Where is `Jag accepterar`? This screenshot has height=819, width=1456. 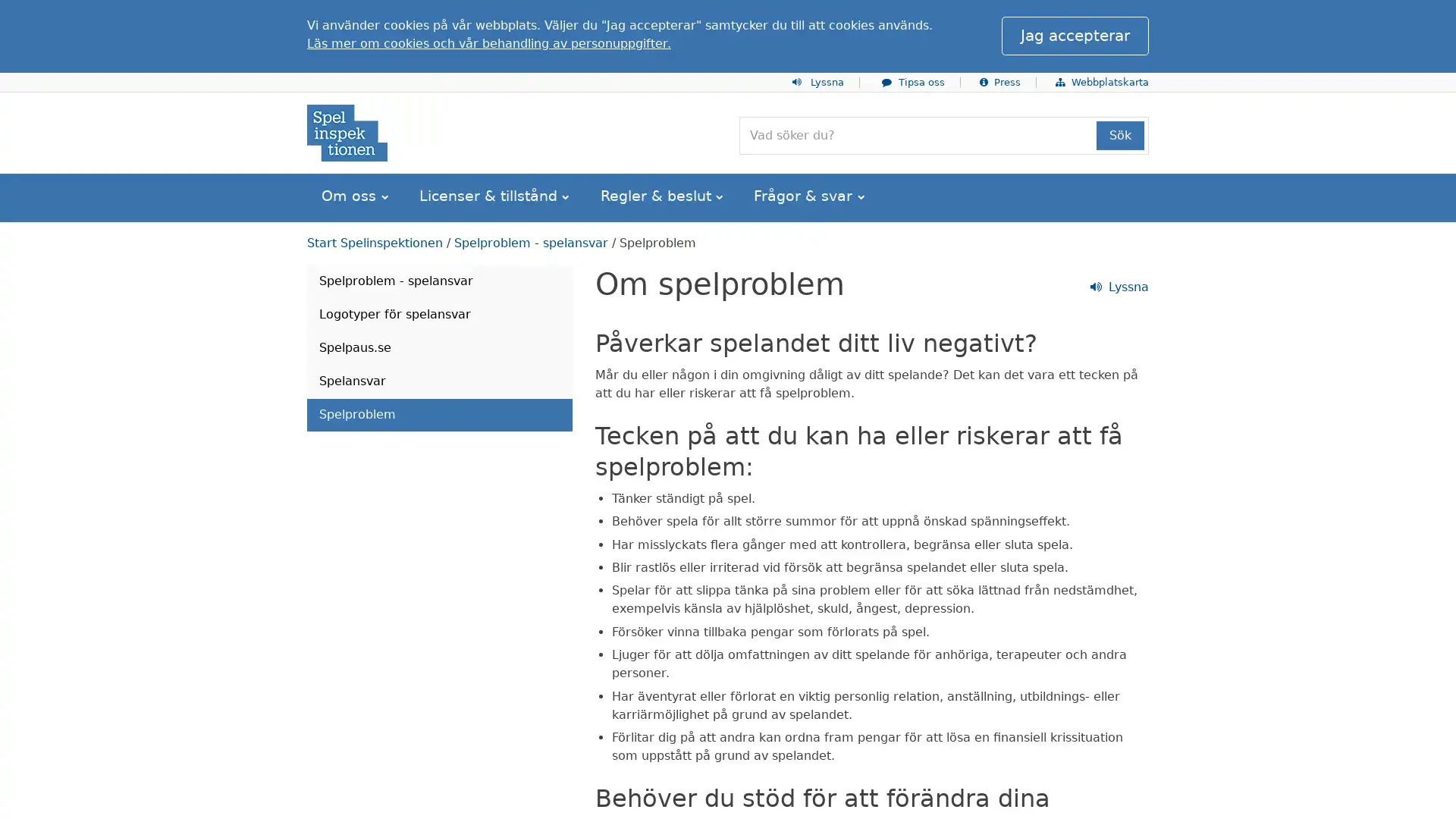 Jag accepterar is located at coordinates (1074, 35).